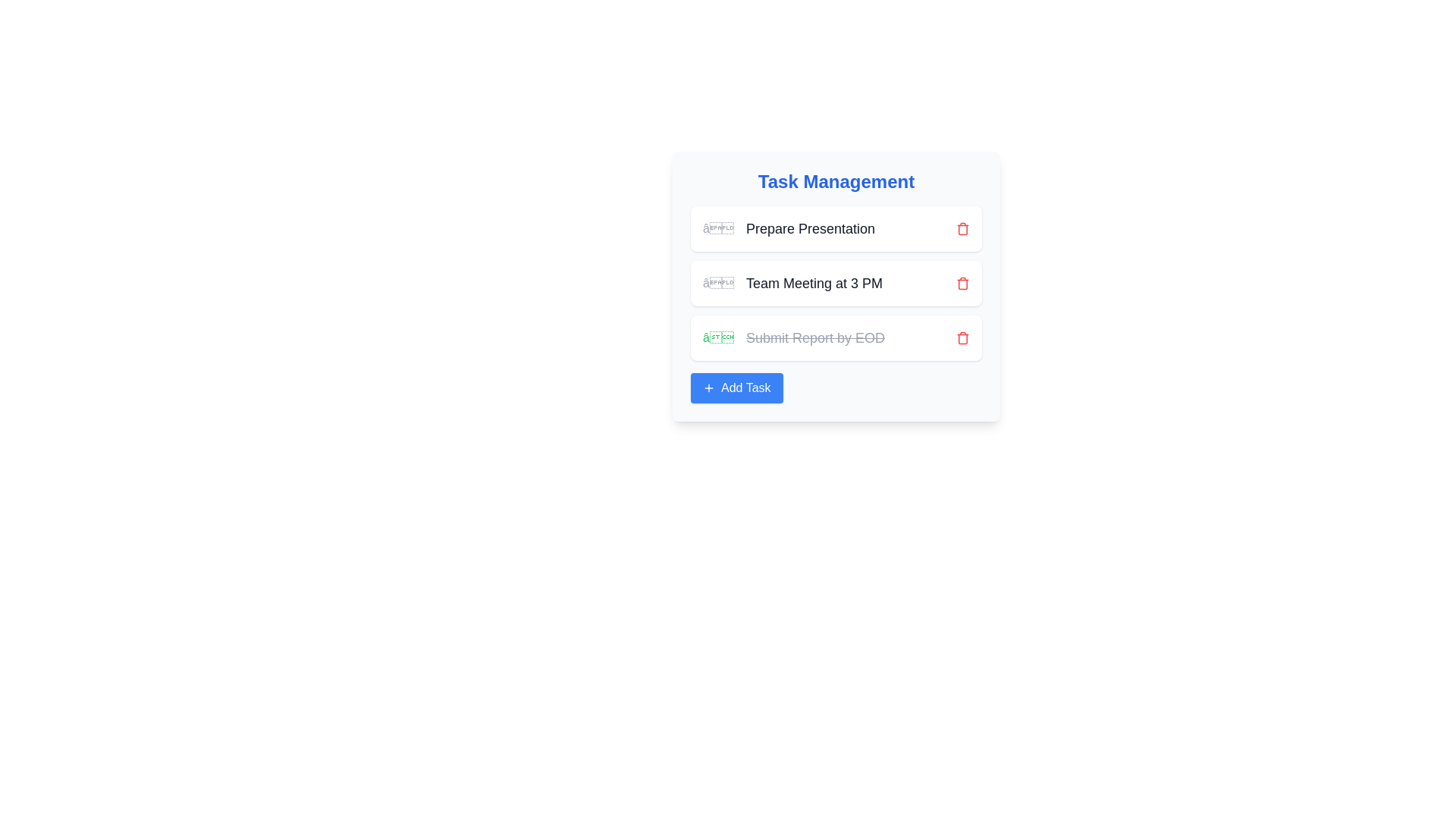 The height and width of the screenshot is (819, 1456). I want to click on the green checkmark (✓) symbol in the task list, which indicates a completed task next to the text 'Submit Report by EOD', so click(717, 337).